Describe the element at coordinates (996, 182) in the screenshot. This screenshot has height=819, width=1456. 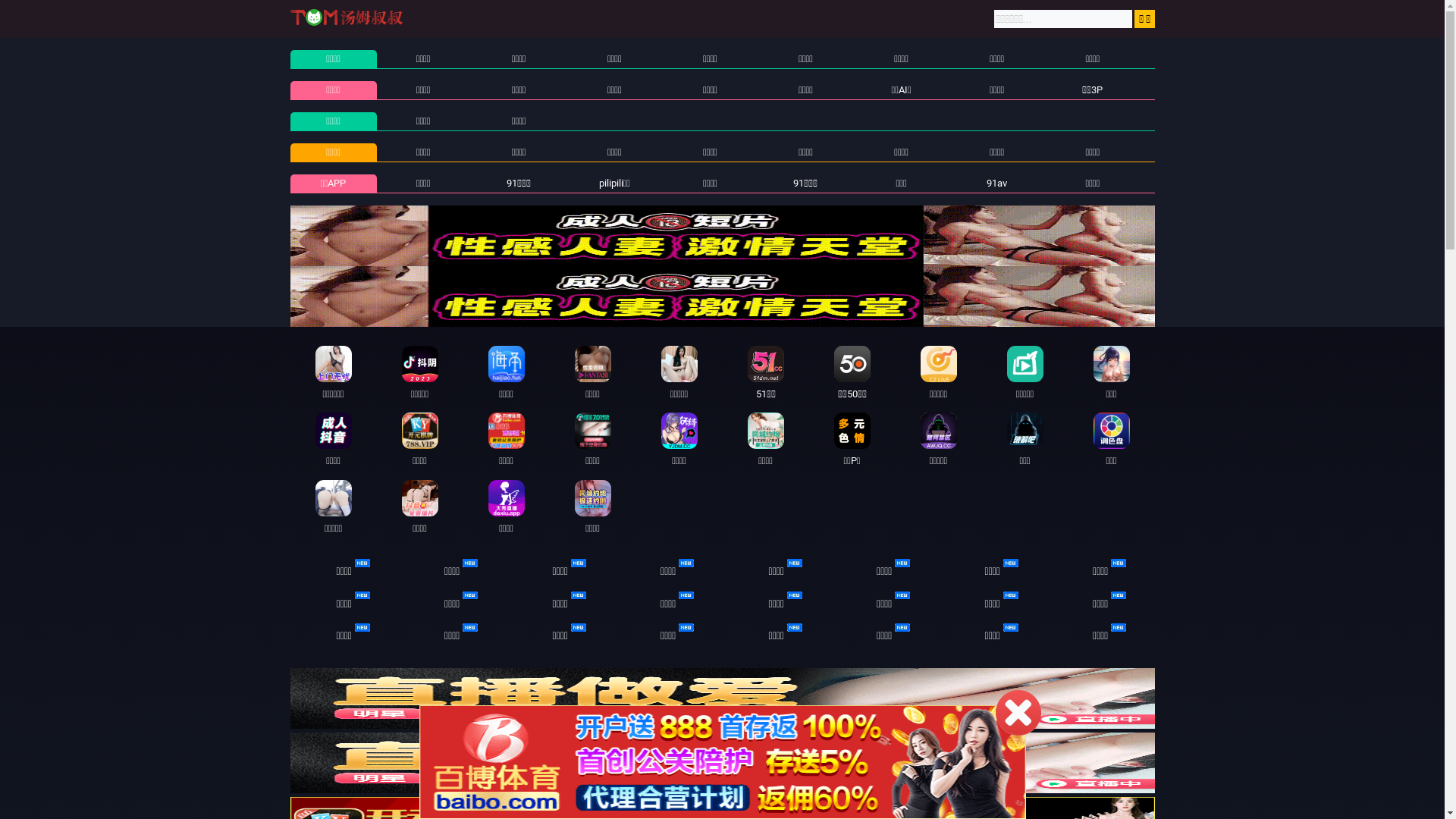
I see `'91av'` at that location.